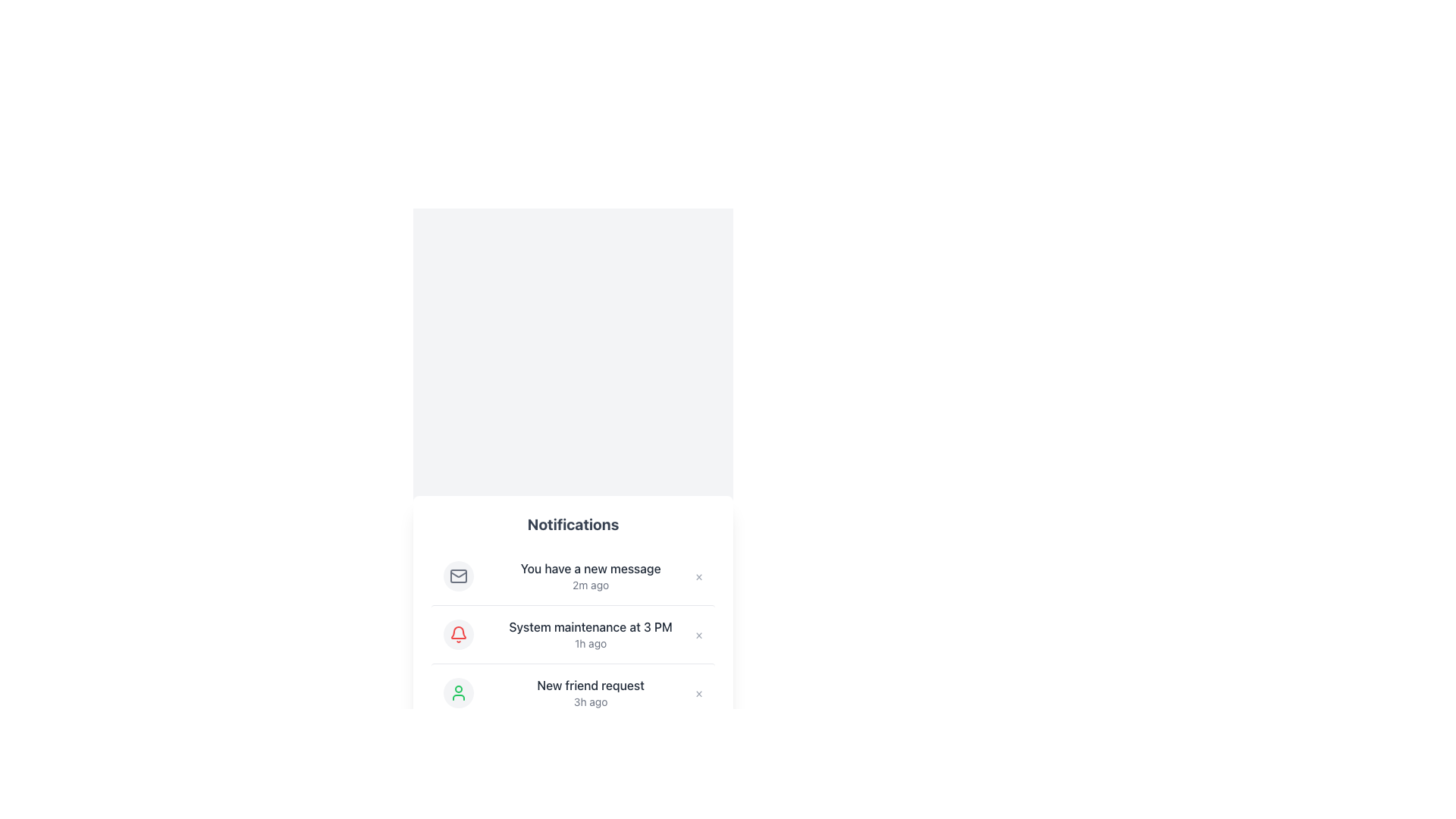  Describe the element at coordinates (457, 576) in the screenshot. I see `the graphical rectangle element that represents part of the email icon within the 'You have a new message' notification` at that location.